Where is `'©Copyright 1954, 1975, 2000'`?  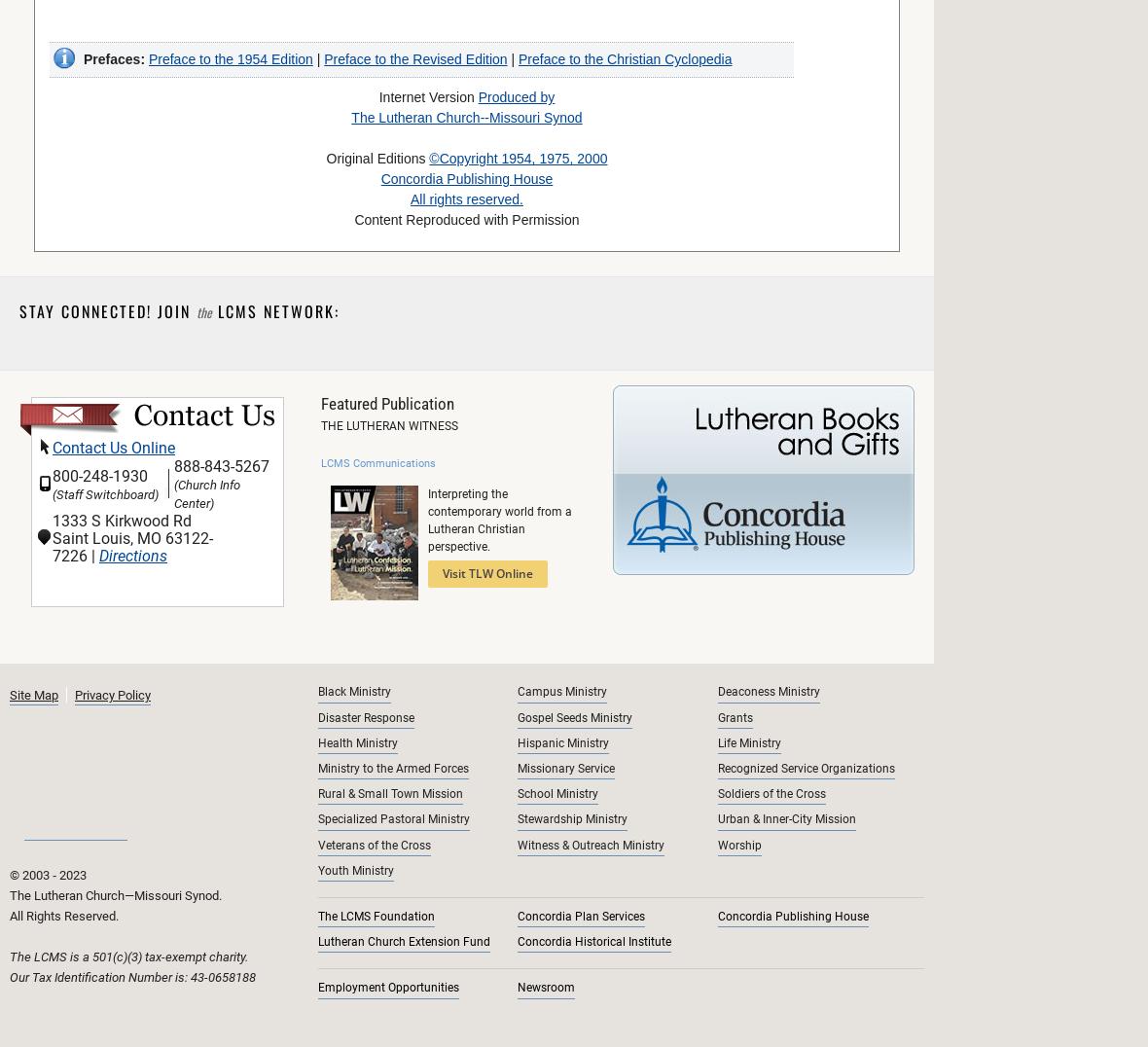 '©Copyright 1954, 1975, 2000' is located at coordinates (518, 159).